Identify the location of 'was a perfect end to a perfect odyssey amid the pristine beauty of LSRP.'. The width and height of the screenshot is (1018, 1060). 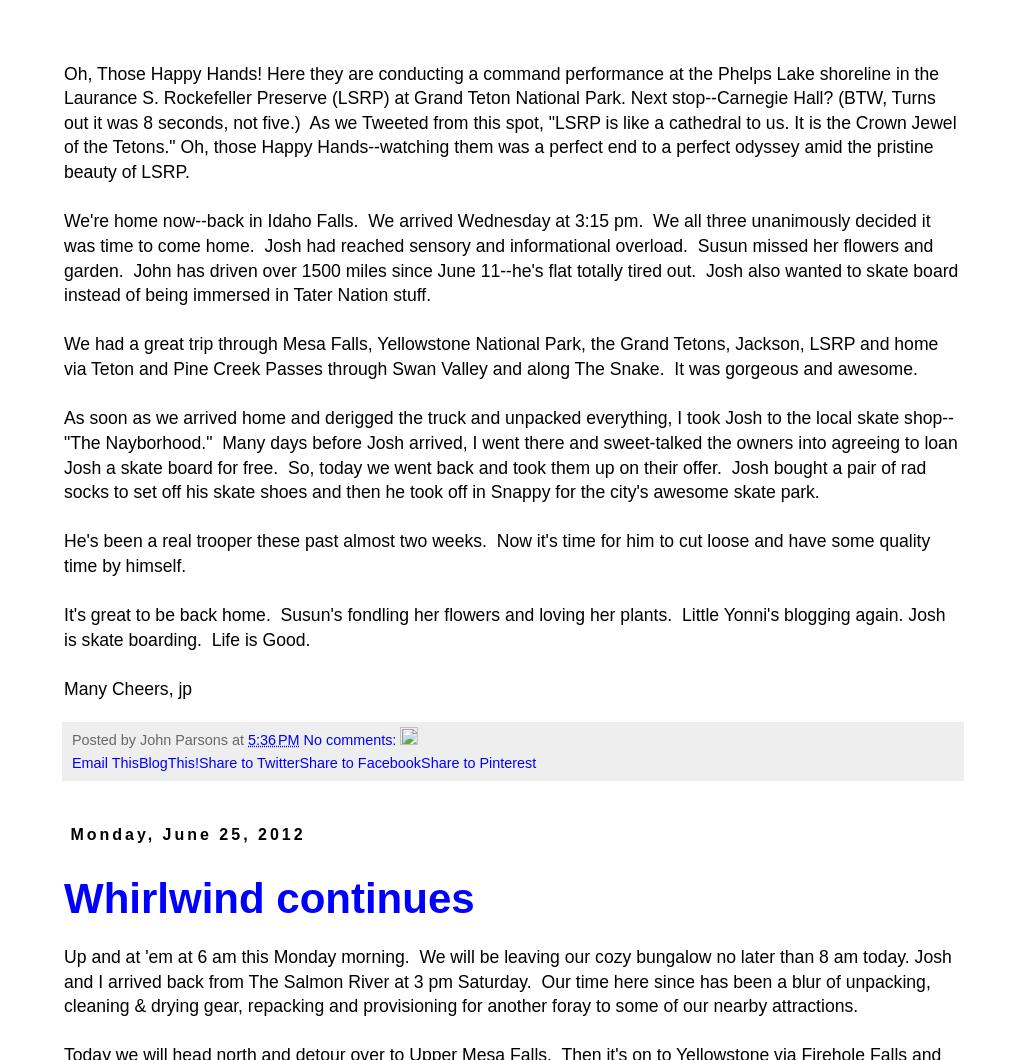
(498, 158).